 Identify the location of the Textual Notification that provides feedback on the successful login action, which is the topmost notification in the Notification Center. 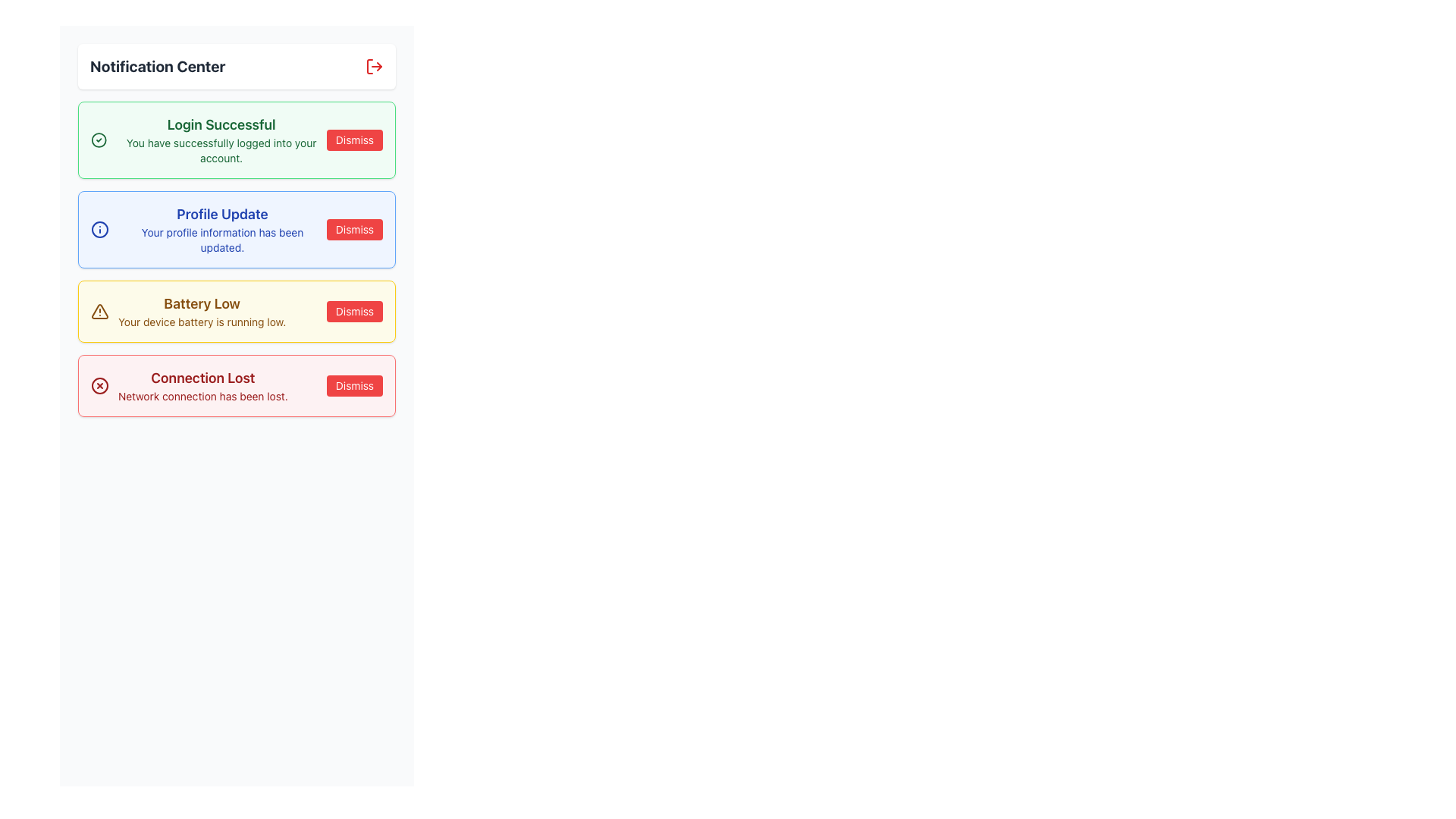
(221, 140).